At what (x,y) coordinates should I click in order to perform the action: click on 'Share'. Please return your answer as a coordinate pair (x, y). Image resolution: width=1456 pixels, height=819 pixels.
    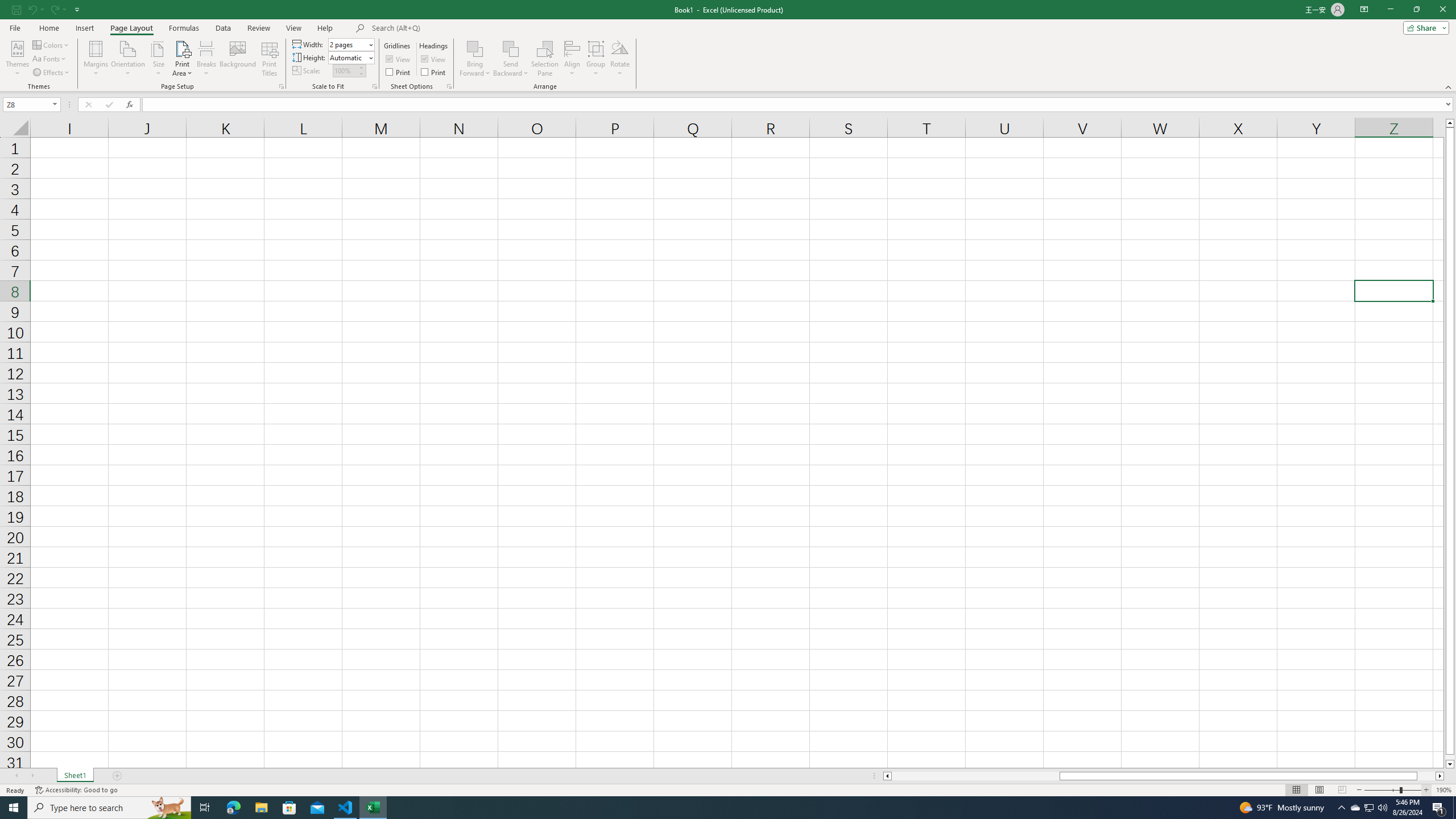
    Looking at the image, I should click on (1423, 27).